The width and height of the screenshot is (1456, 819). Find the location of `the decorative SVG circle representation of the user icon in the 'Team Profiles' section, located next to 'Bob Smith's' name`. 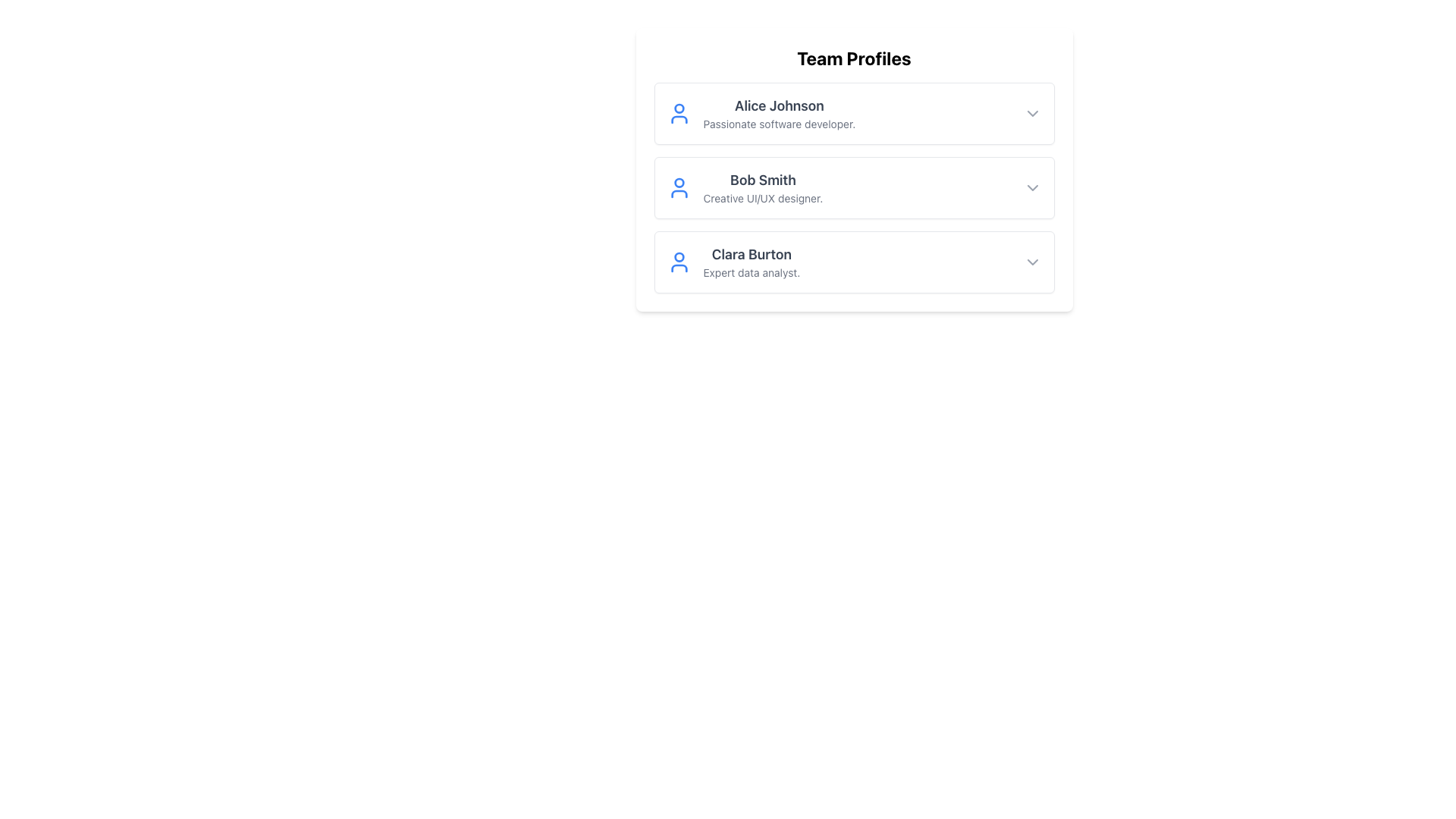

the decorative SVG circle representation of the user icon in the 'Team Profiles' section, located next to 'Bob Smith's' name is located at coordinates (678, 182).